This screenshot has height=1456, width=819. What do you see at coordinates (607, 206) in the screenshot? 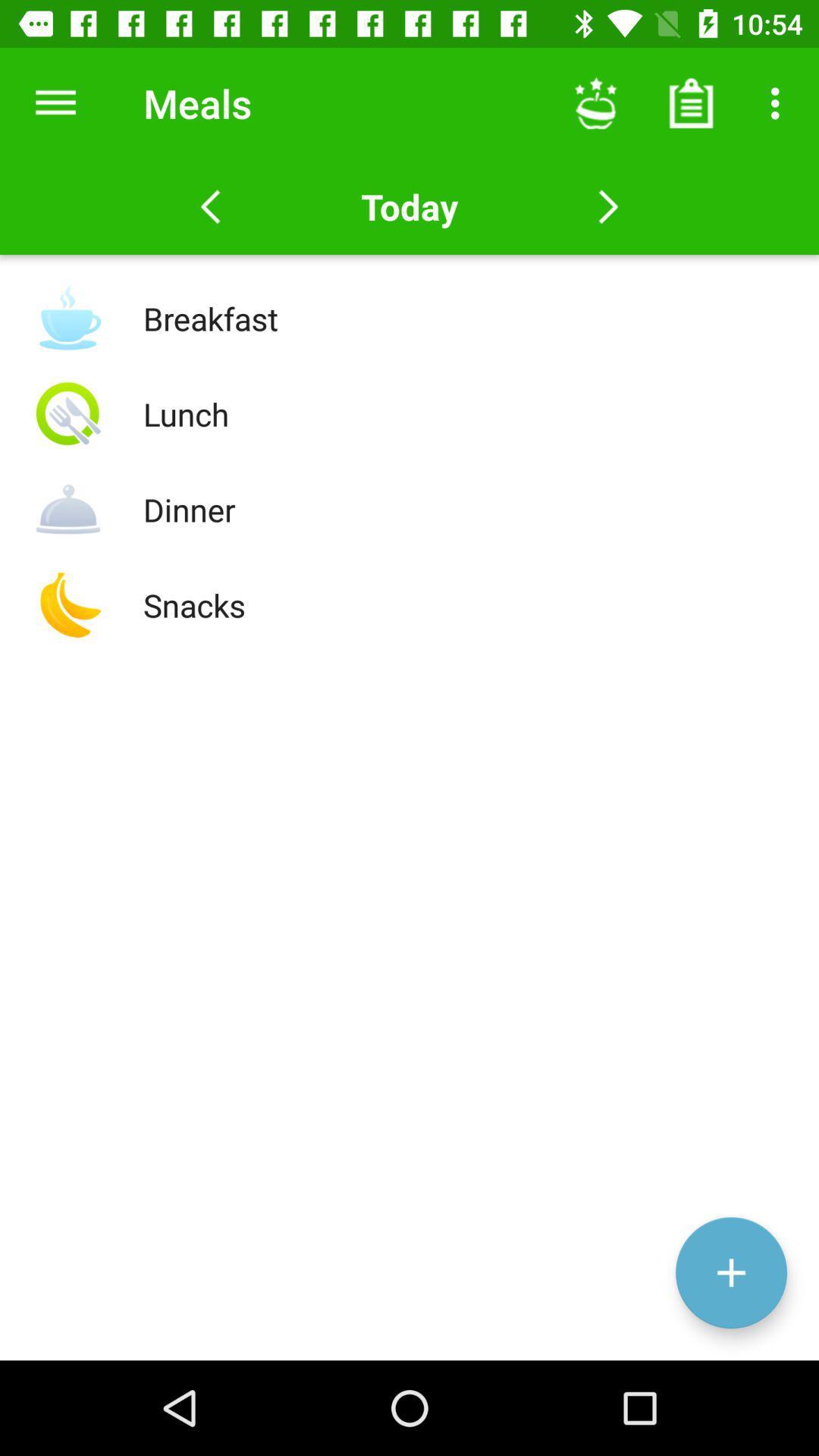
I see `the arrow_forward icon` at bounding box center [607, 206].